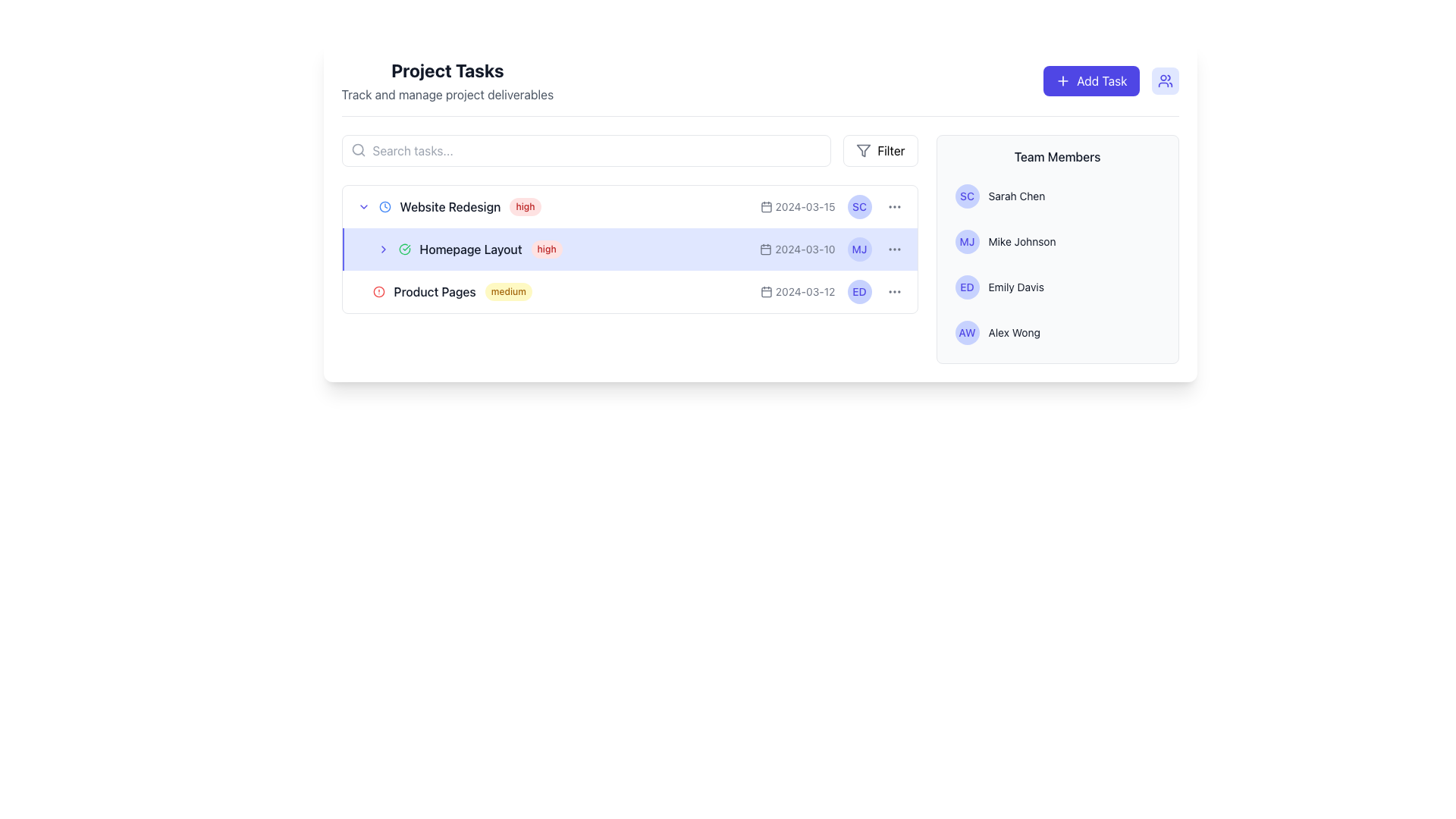 This screenshot has width=1456, height=819. What do you see at coordinates (880, 151) in the screenshot?
I see `the 'Filter' button located at the top-right corner of the main content area` at bounding box center [880, 151].